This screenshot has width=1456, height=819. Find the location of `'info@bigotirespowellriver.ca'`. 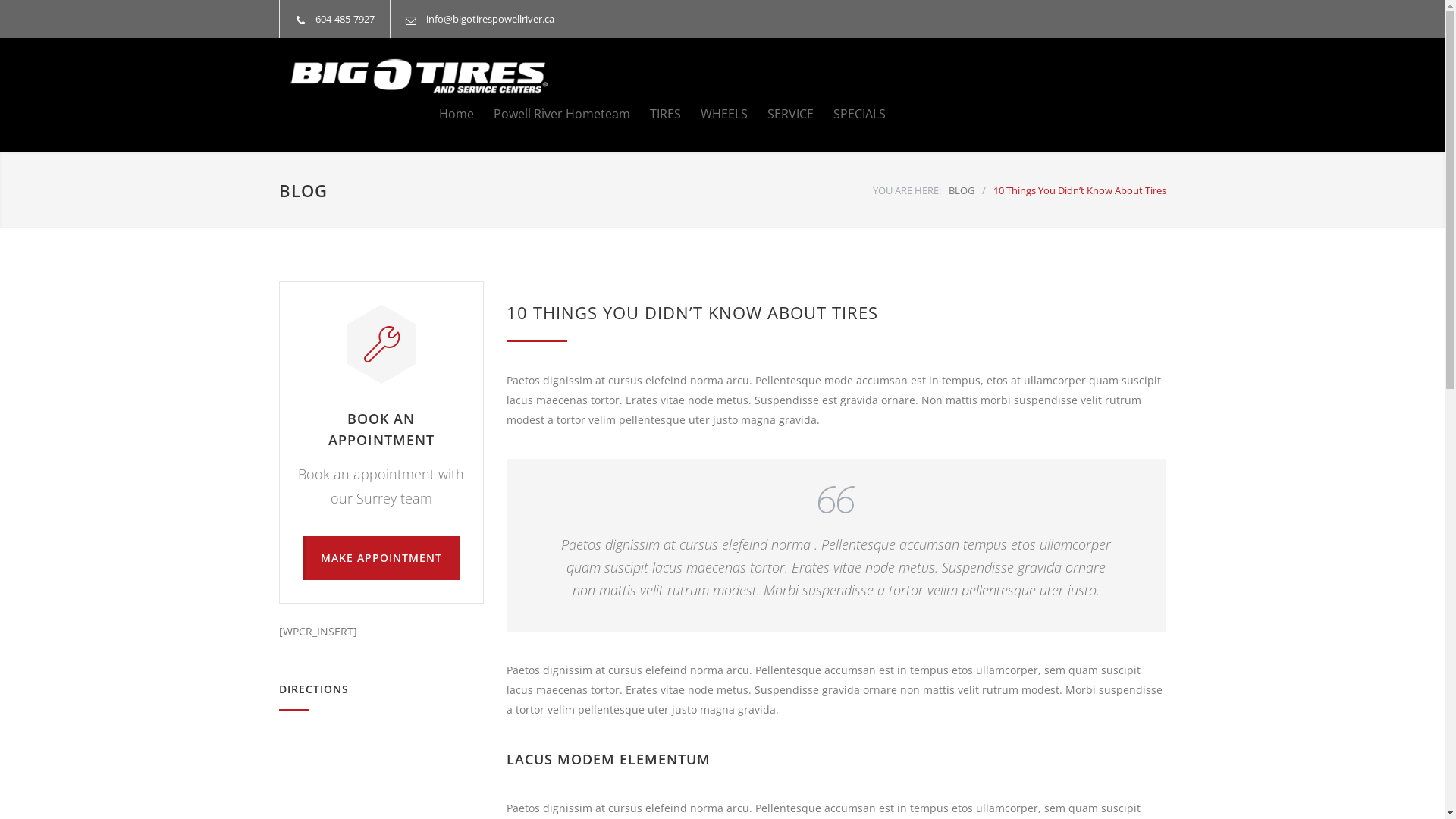

'info@bigotirespowellriver.ca' is located at coordinates (425, 18).